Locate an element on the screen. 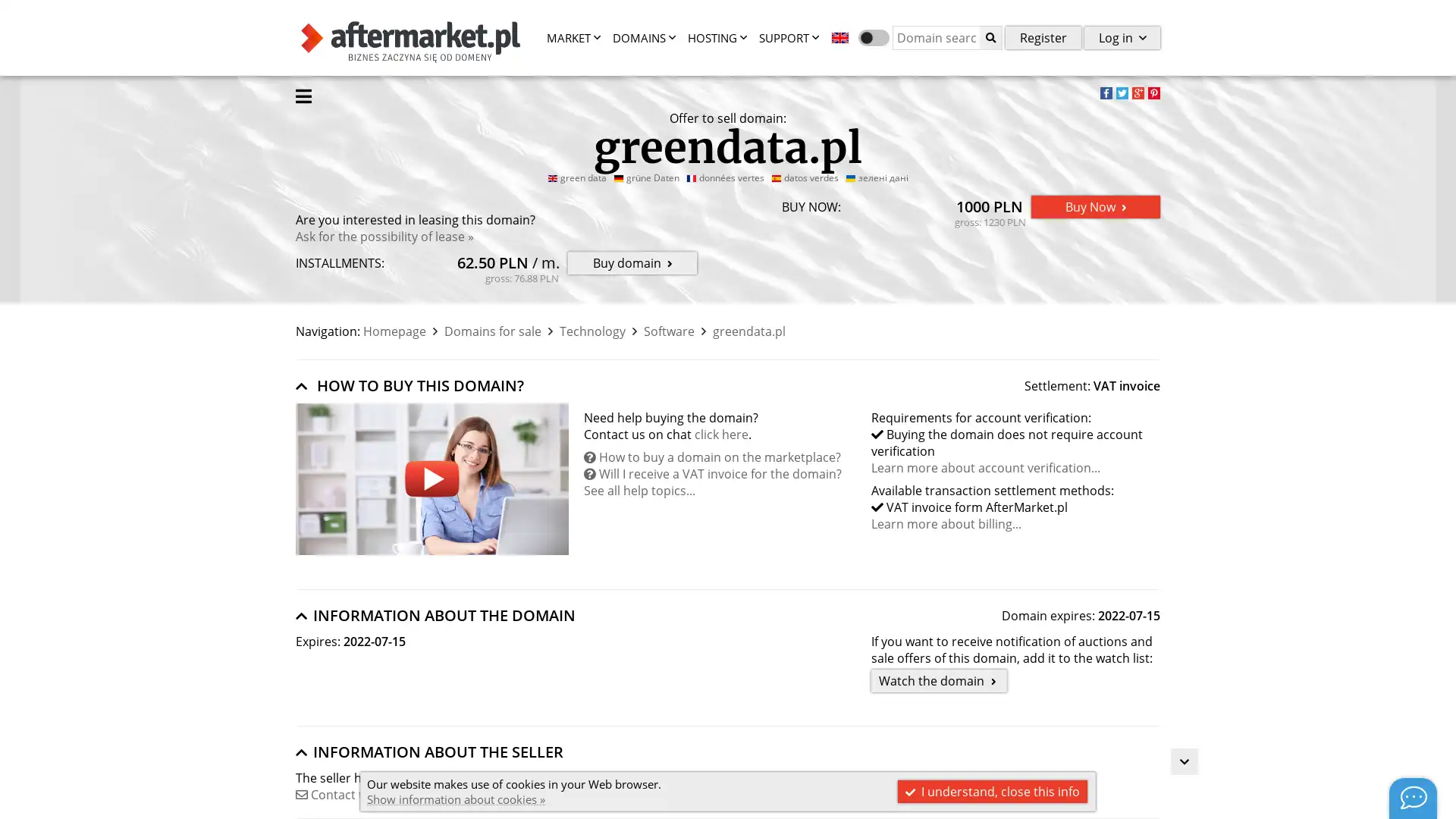  Buy Now is located at coordinates (1095, 207).